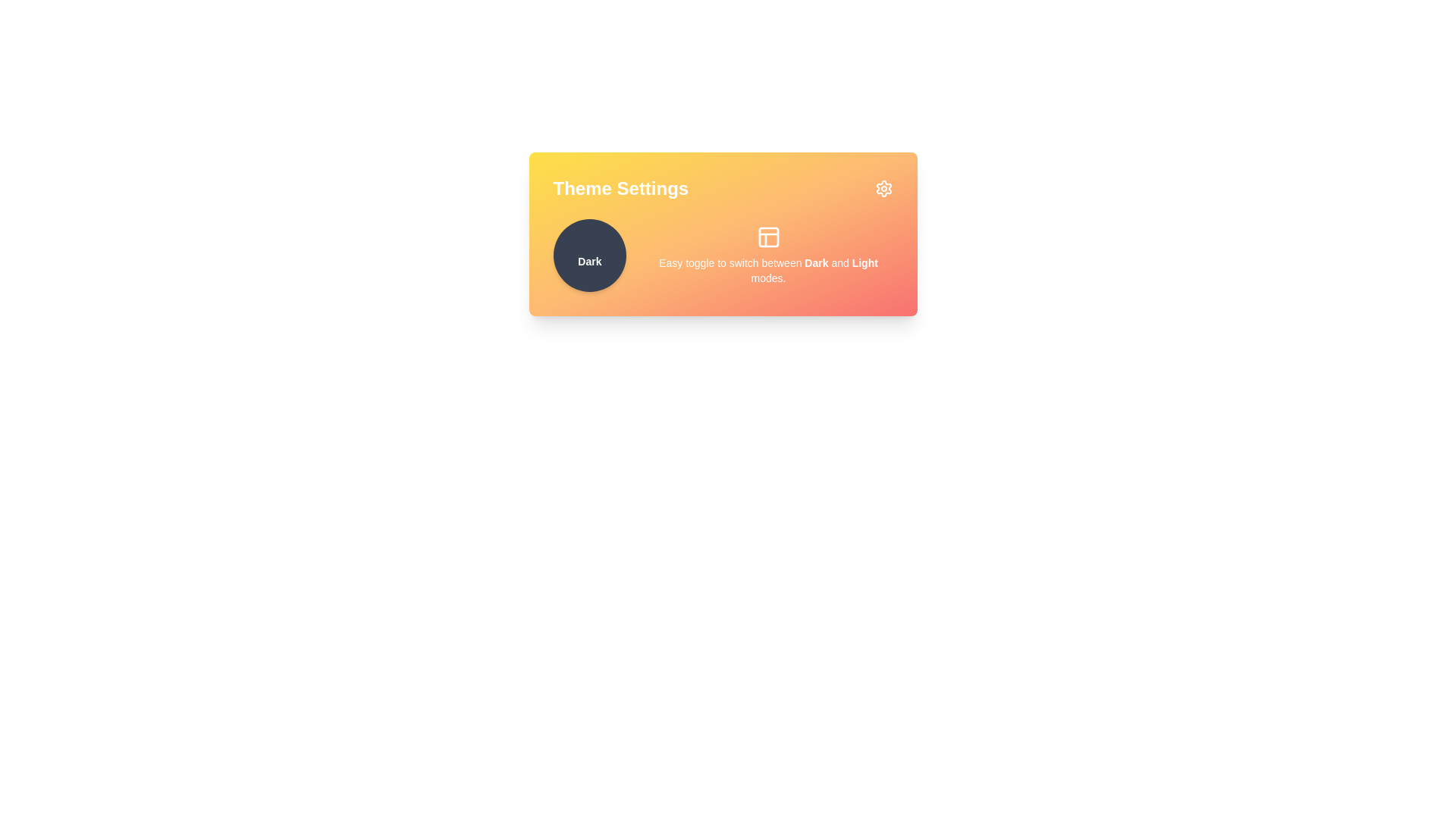 Image resolution: width=1456 pixels, height=819 pixels. Describe the element at coordinates (588, 254) in the screenshot. I see `the circular button to observe the hover effect` at that location.